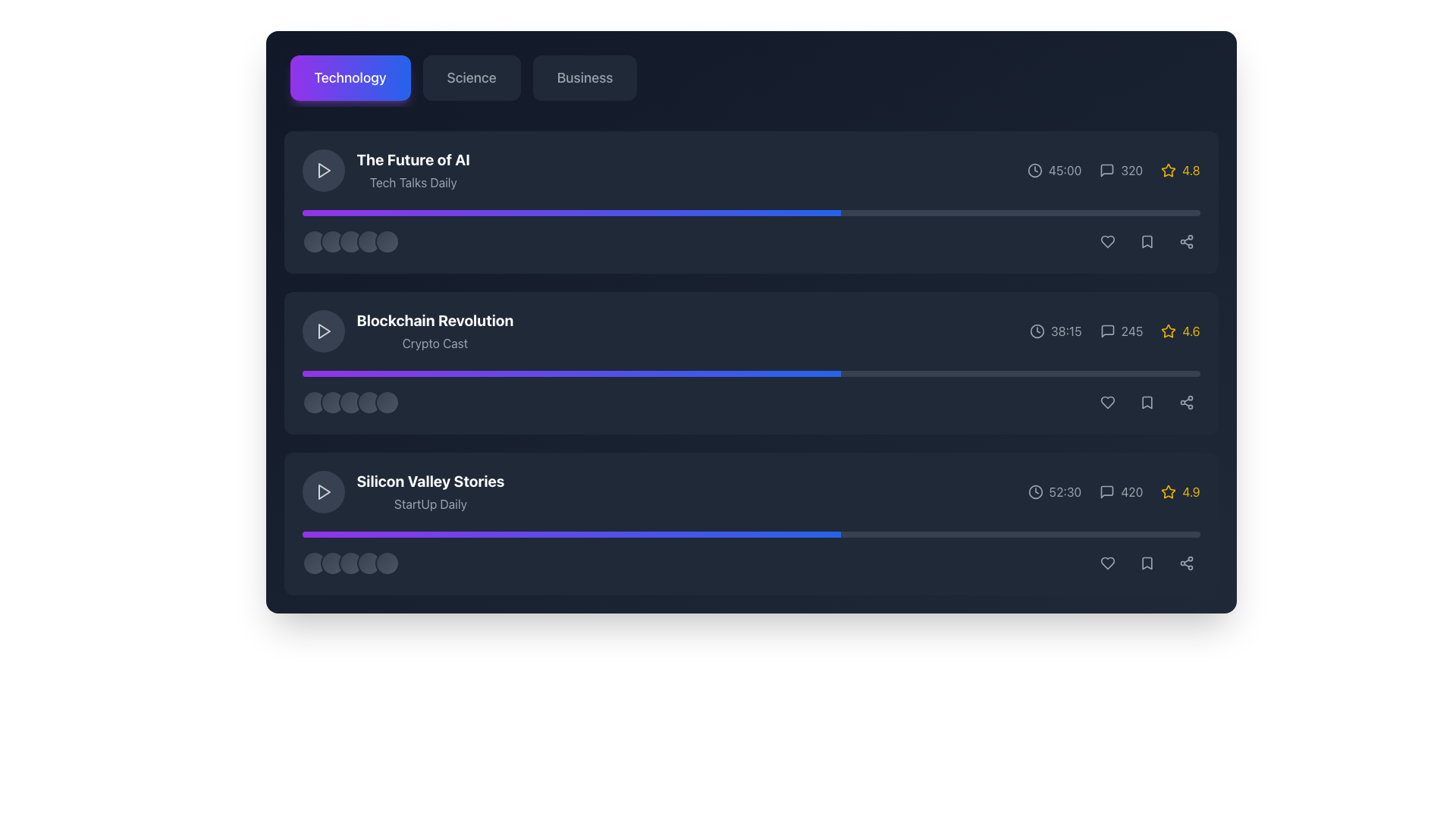 The image size is (1456, 819). Describe the element at coordinates (695, 374) in the screenshot. I see `progress` at that location.